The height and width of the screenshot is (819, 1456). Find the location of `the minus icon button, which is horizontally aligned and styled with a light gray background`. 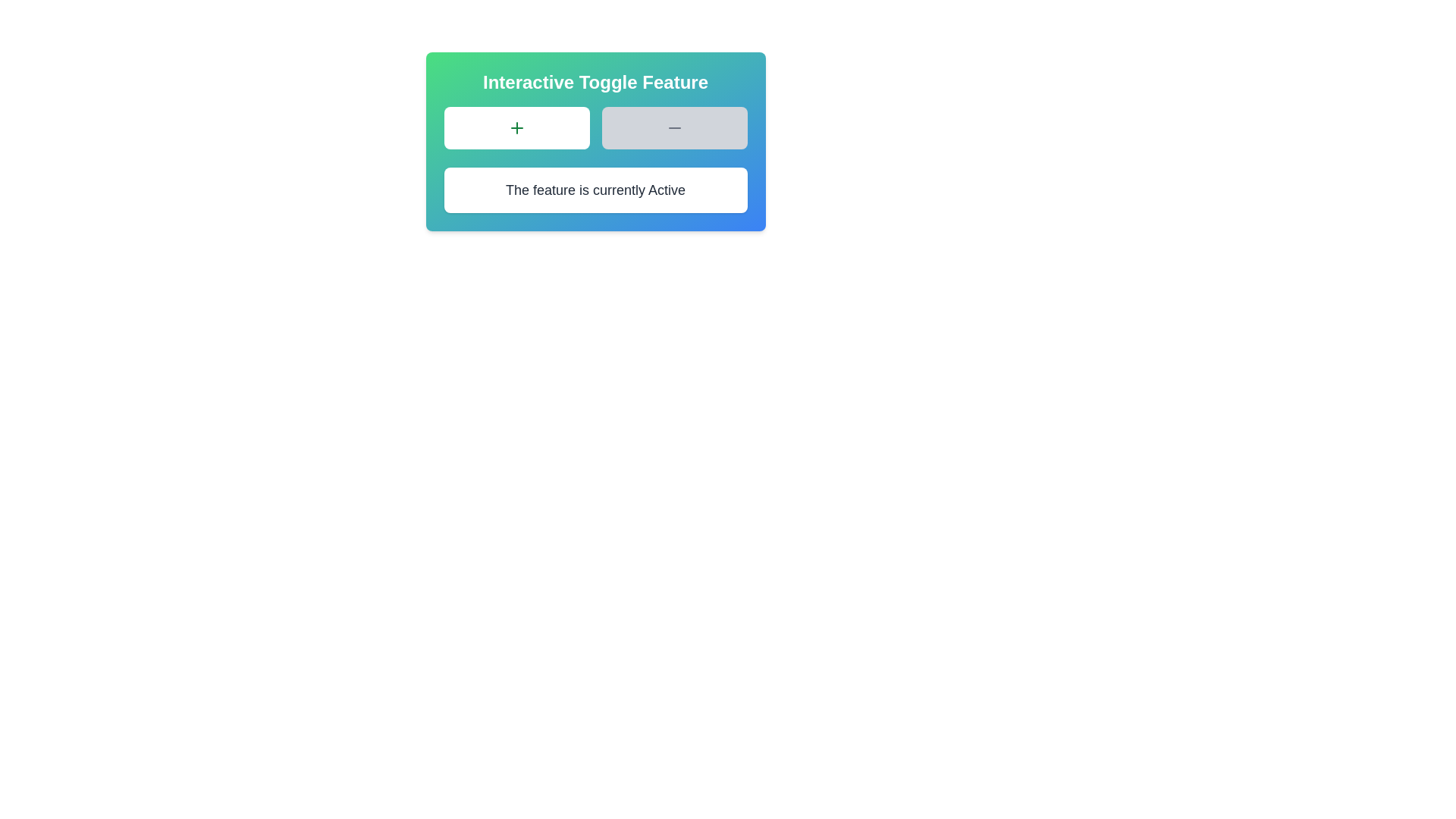

the minus icon button, which is horizontally aligned and styled with a light gray background is located at coordinates (673, 127).